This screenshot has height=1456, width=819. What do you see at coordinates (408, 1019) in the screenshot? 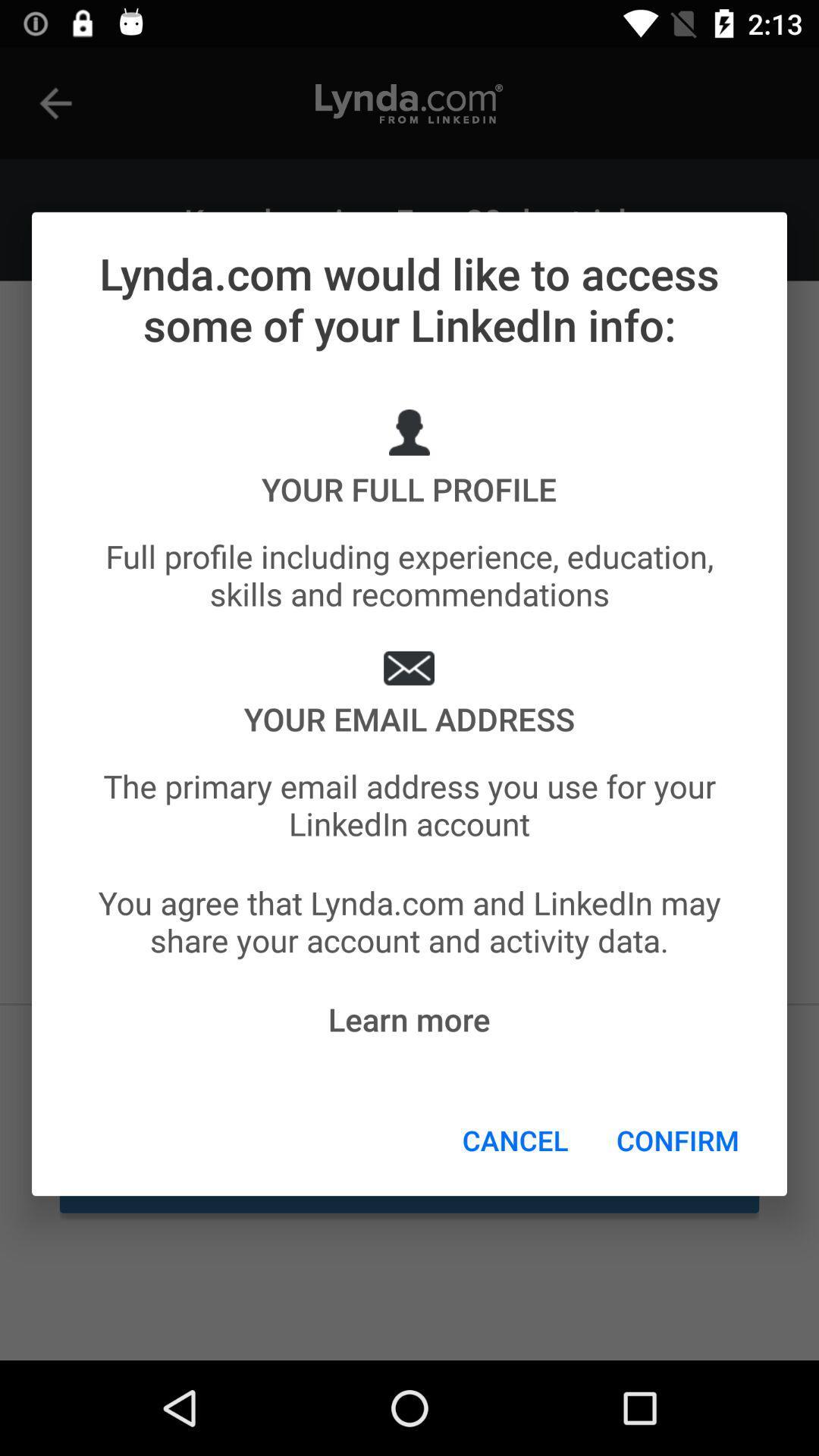
I see `icon below the you agree that item` at bounding box center [408, 1019].